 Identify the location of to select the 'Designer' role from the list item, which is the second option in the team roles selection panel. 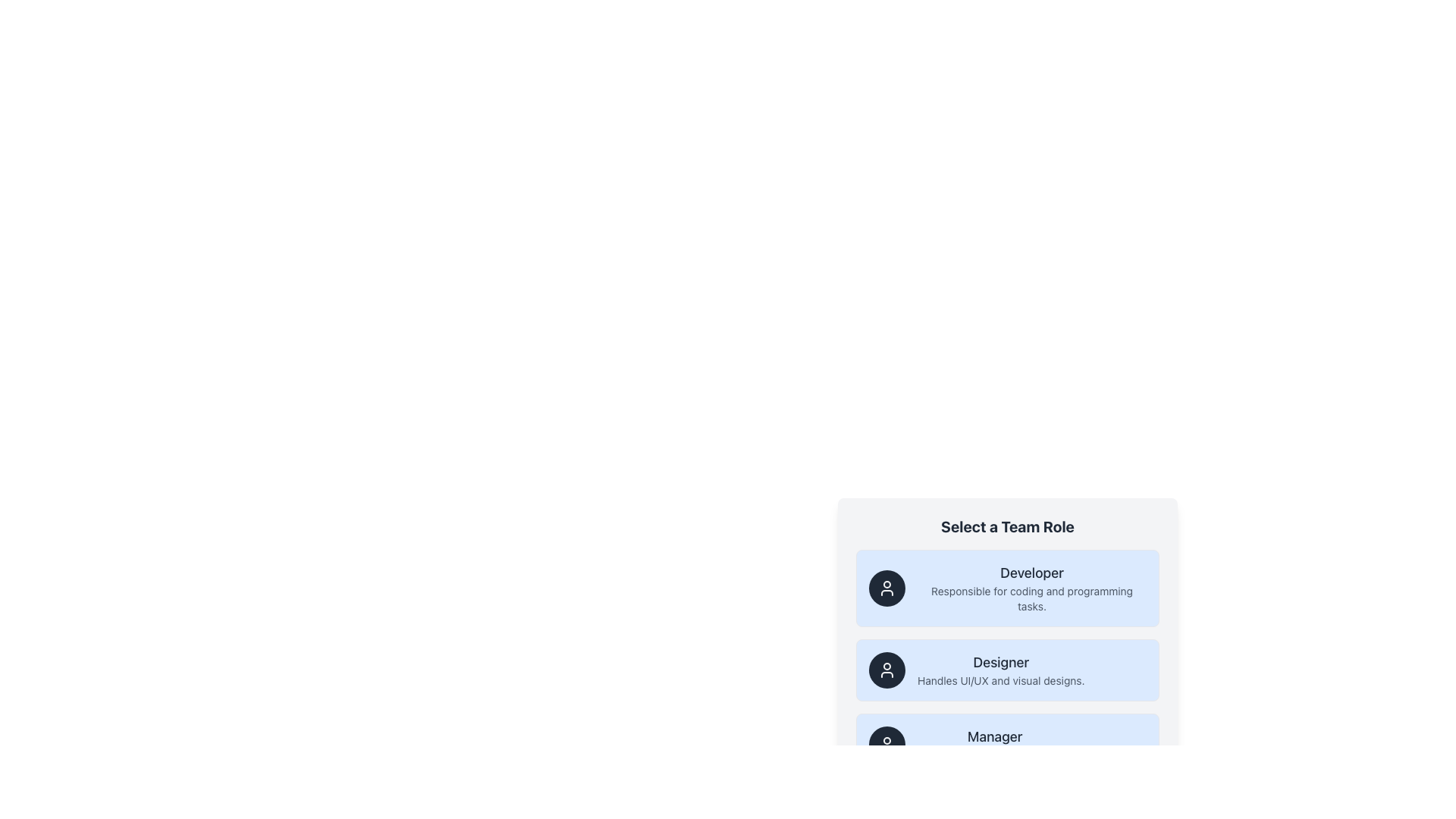
(1008, 646).